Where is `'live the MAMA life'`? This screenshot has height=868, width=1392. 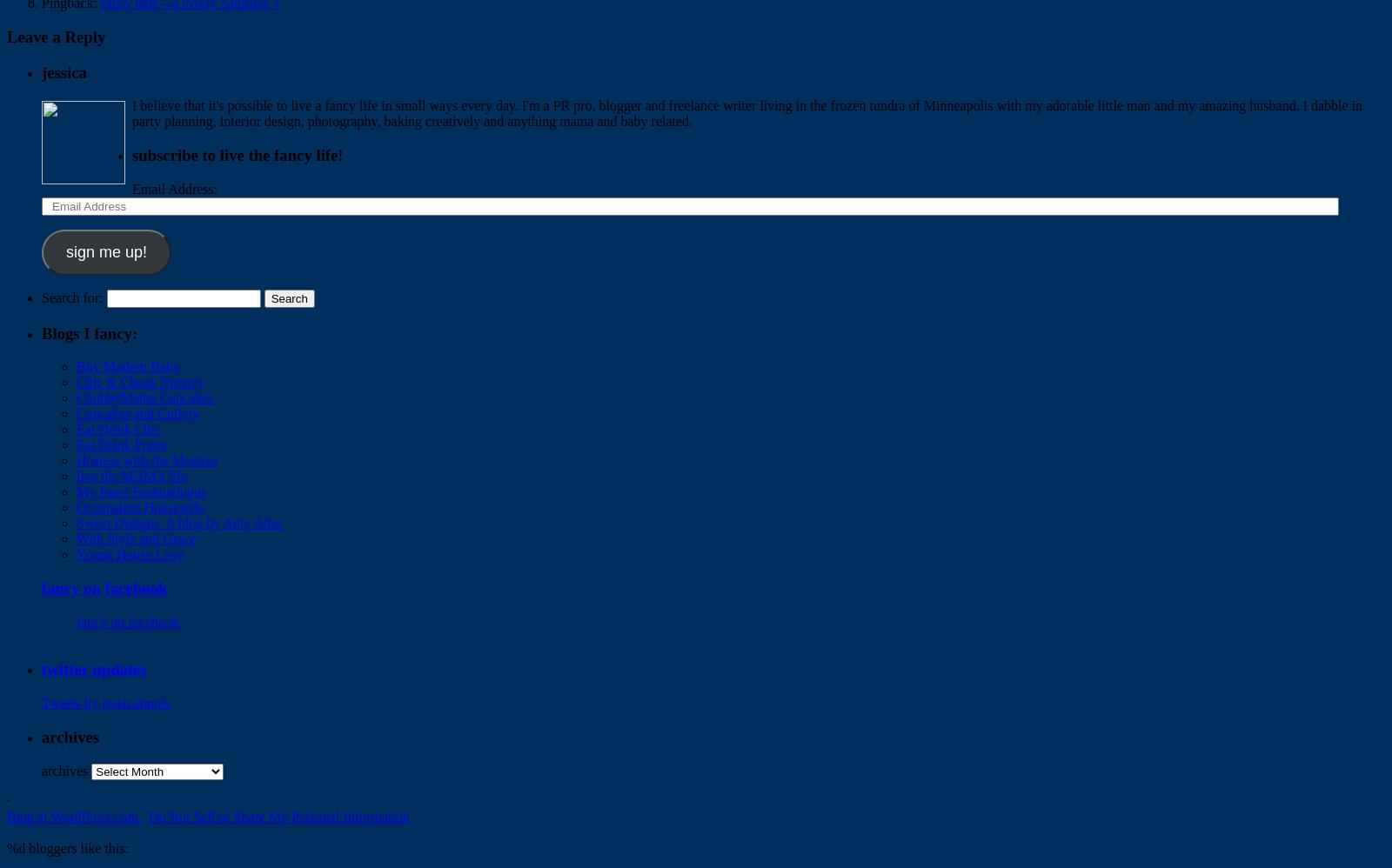
'live the MAMA life' is located at coordinates (130, 476).